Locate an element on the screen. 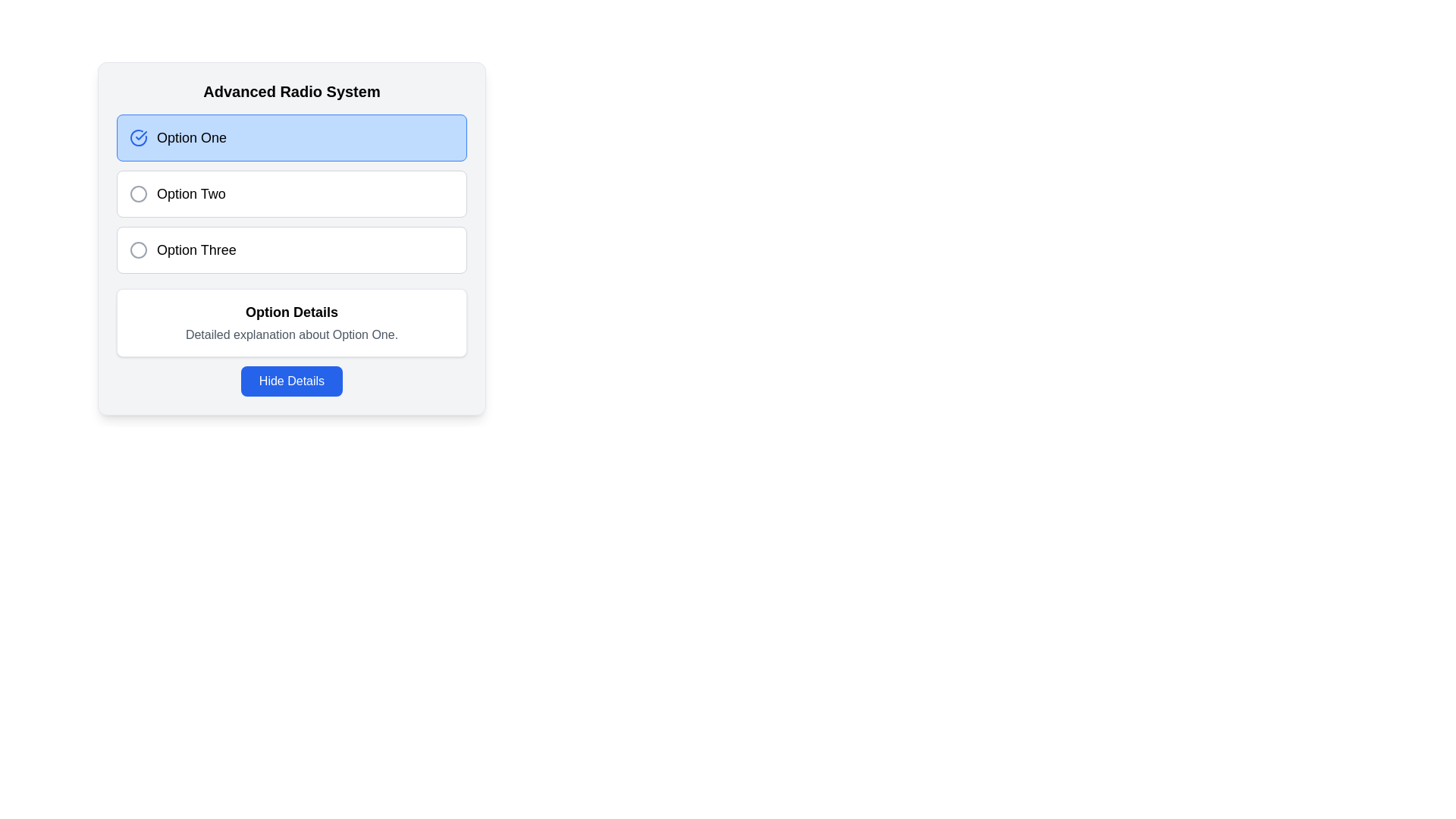  the radio button labeled 'Option Two', which is styled with a white background and gray border is located at coordinates (291, 193).